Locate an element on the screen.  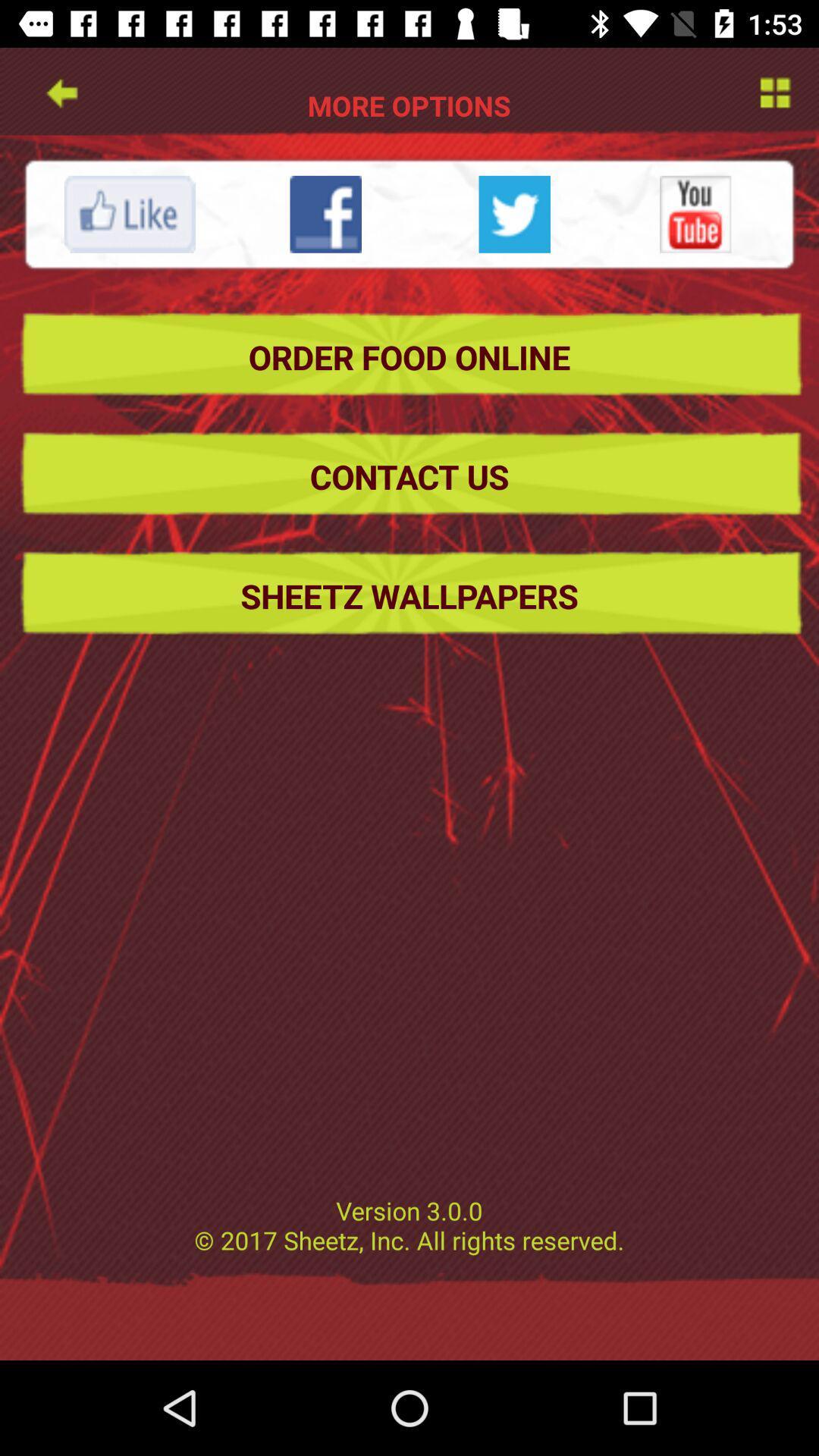
back word is located at coordinates (61, 90).